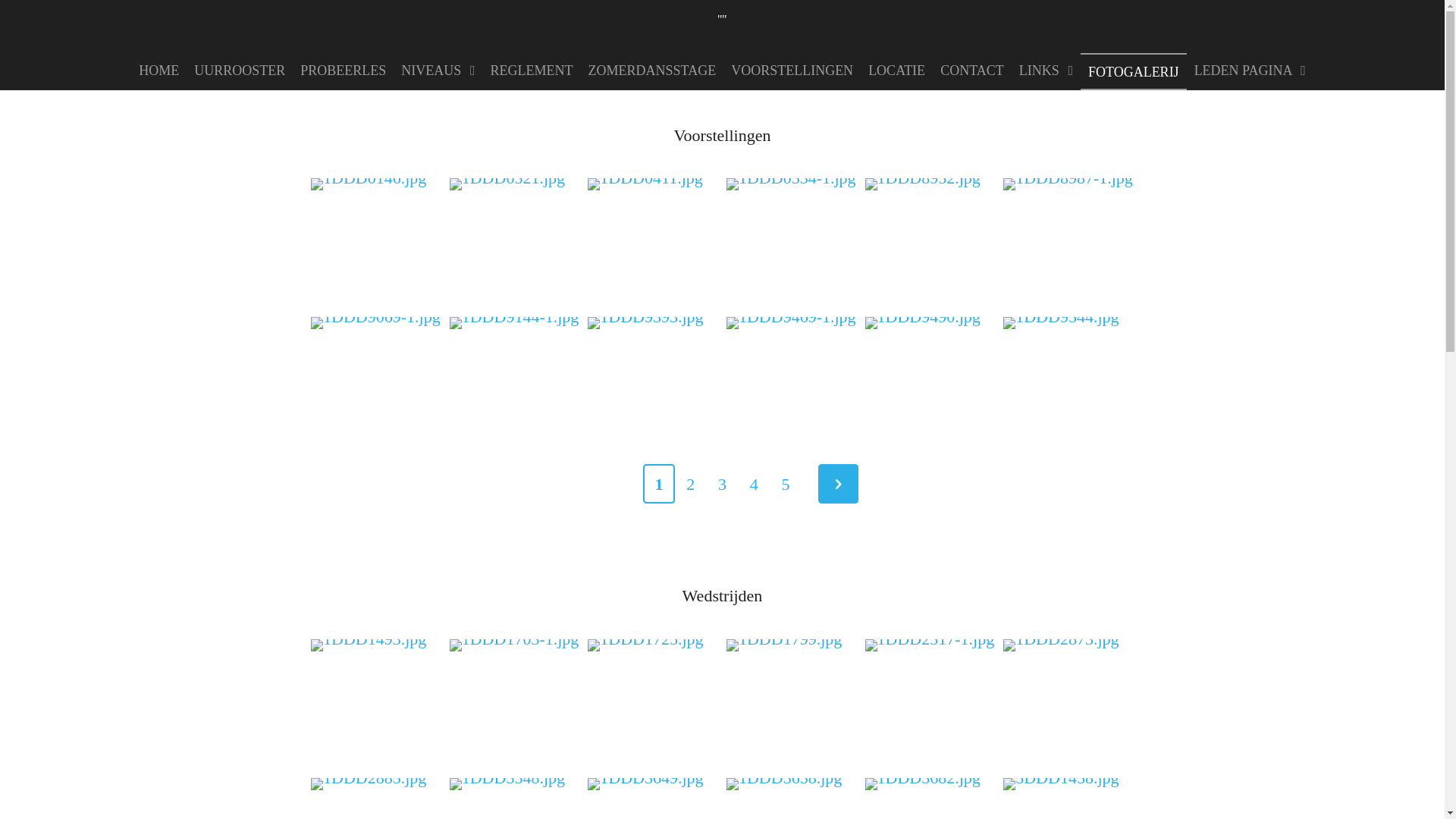 This screenshot has height=819, width=1456. Describe the element at coordinates (1250, 70) in the screenshot. I see `'LEDEN PAGINA'` at that location.